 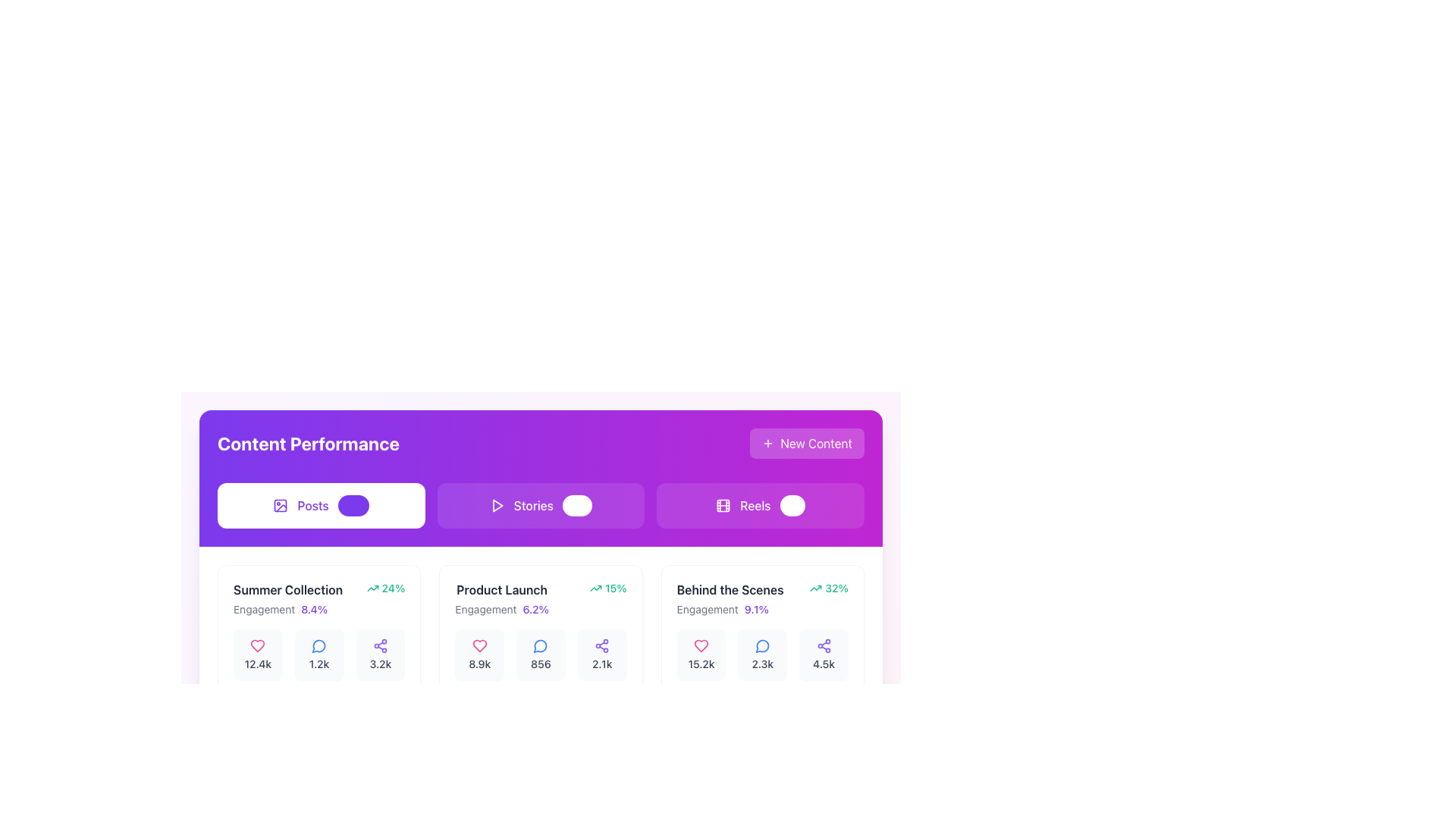 I want to click on the bold text block displaying the title 'Content Performance' in white color, which is positioned at the top-left corner of the purple section, so click(x=308, y=444).